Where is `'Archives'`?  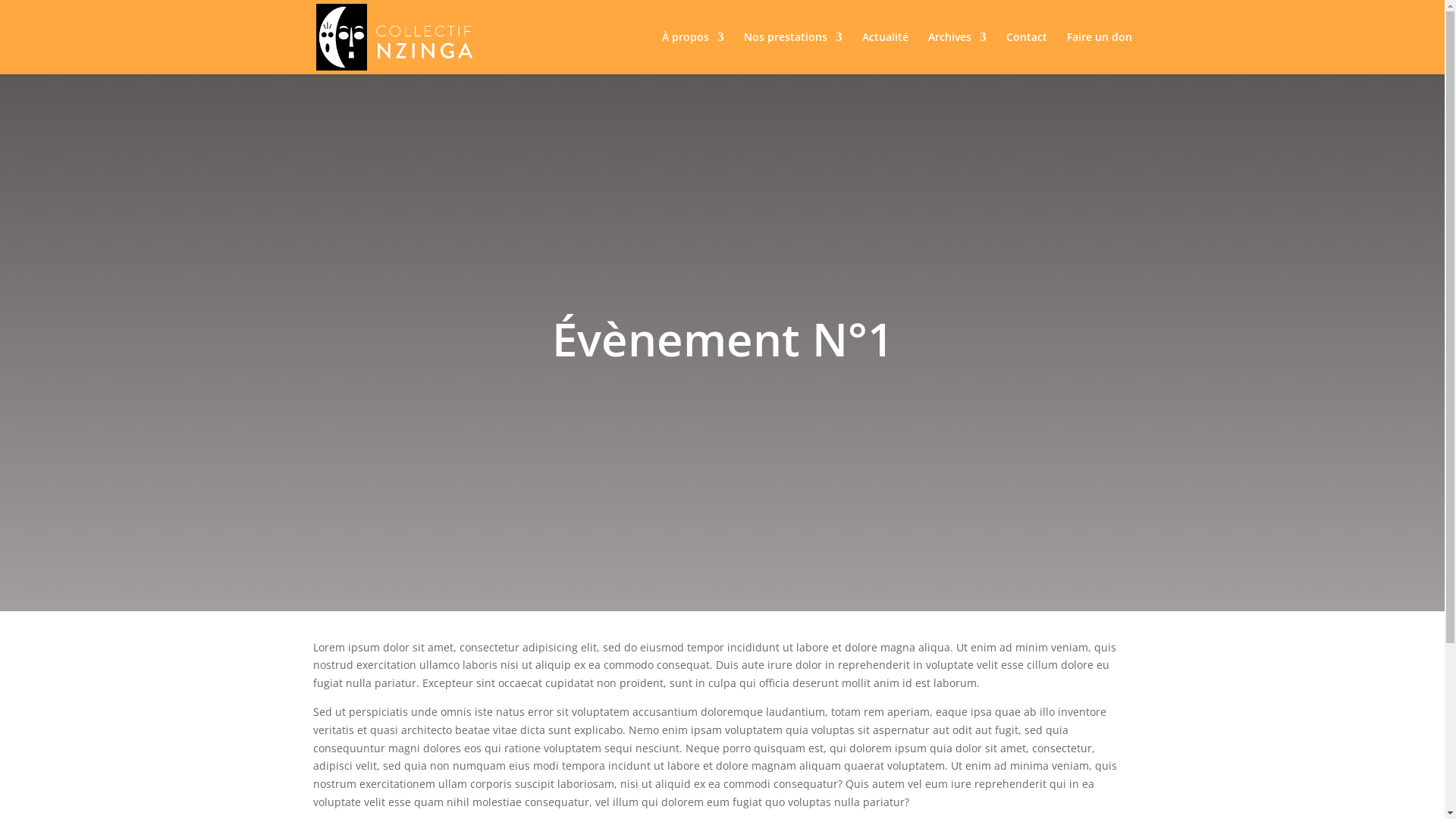
'Archives' is located at coordinates (956, 52).